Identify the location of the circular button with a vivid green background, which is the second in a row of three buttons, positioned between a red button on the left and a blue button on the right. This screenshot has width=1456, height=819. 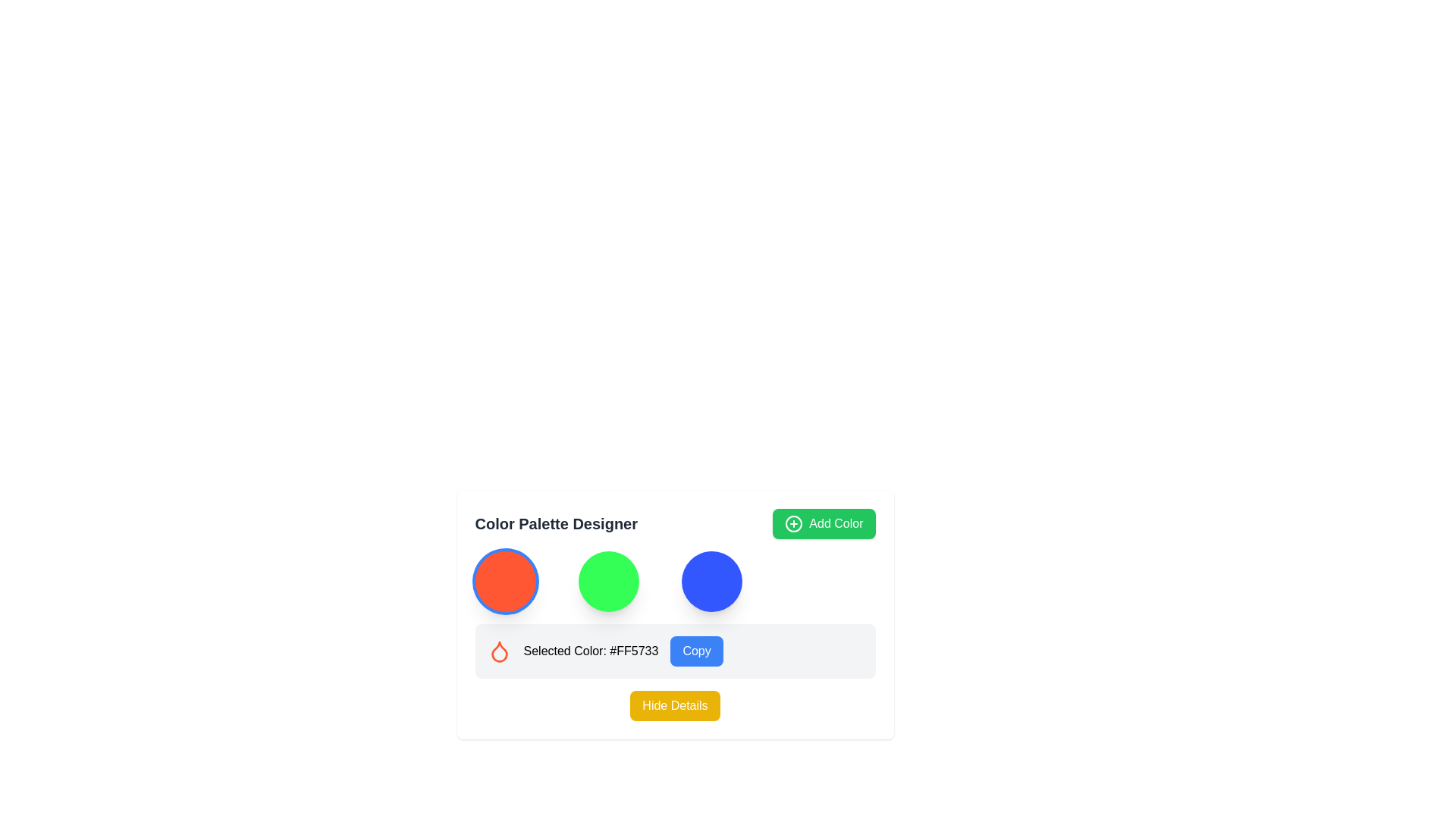
(608, 581).